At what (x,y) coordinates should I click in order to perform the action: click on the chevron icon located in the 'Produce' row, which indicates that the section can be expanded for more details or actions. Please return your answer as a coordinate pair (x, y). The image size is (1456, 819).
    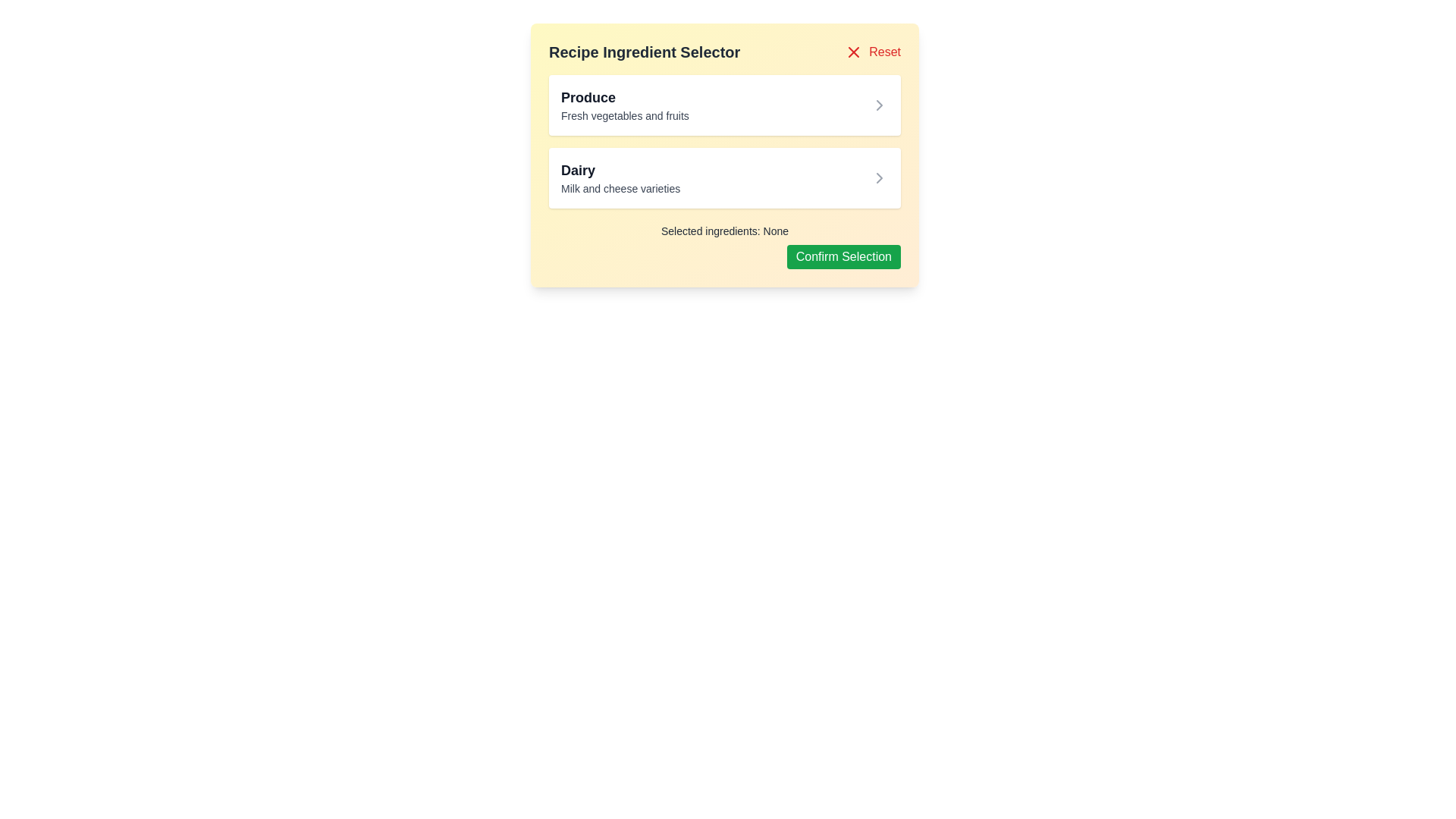
    Looking at the image, I should click on (880, 104).